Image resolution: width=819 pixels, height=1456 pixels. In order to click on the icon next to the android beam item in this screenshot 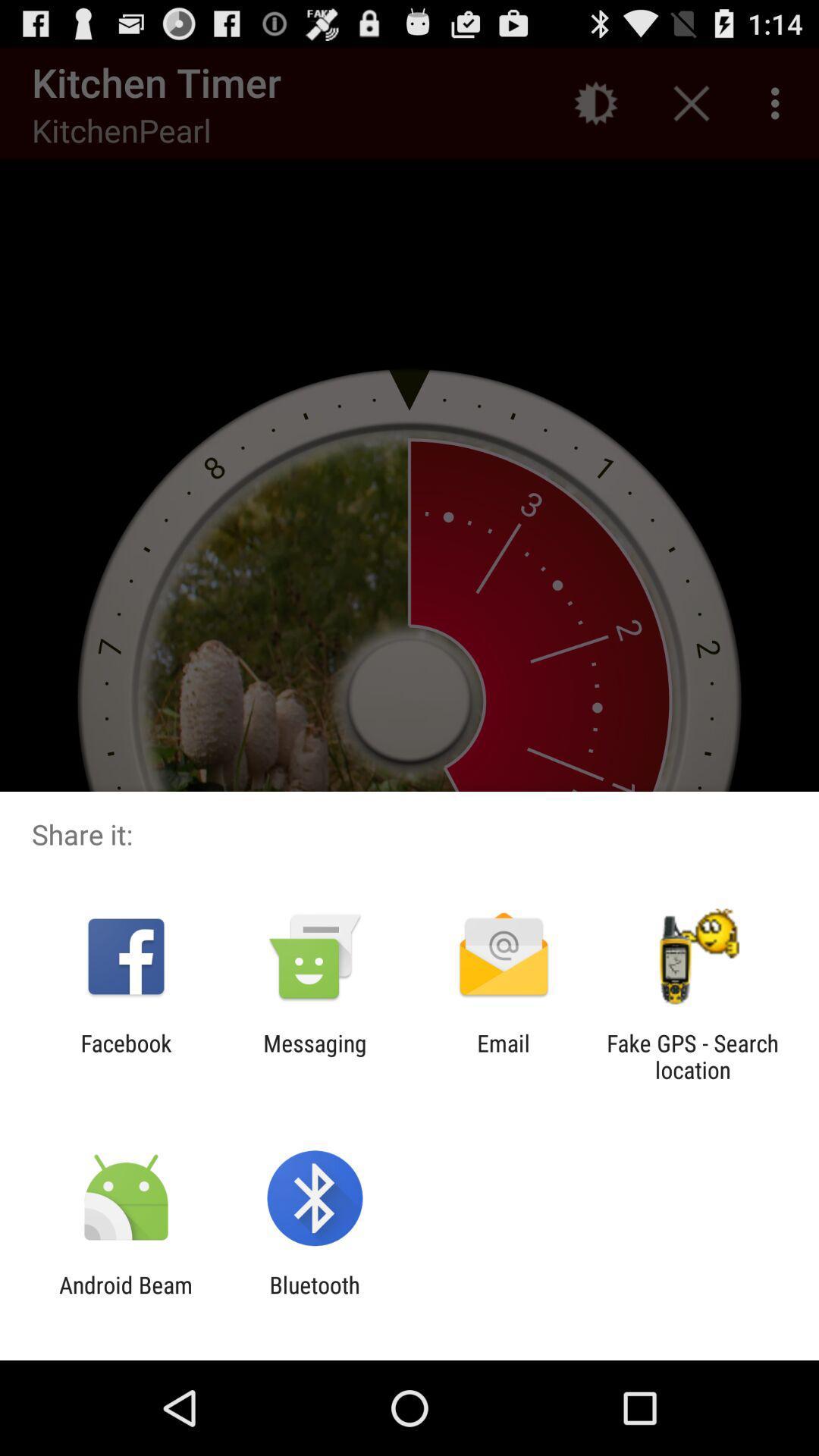, I will do `click(314, 1298)`.